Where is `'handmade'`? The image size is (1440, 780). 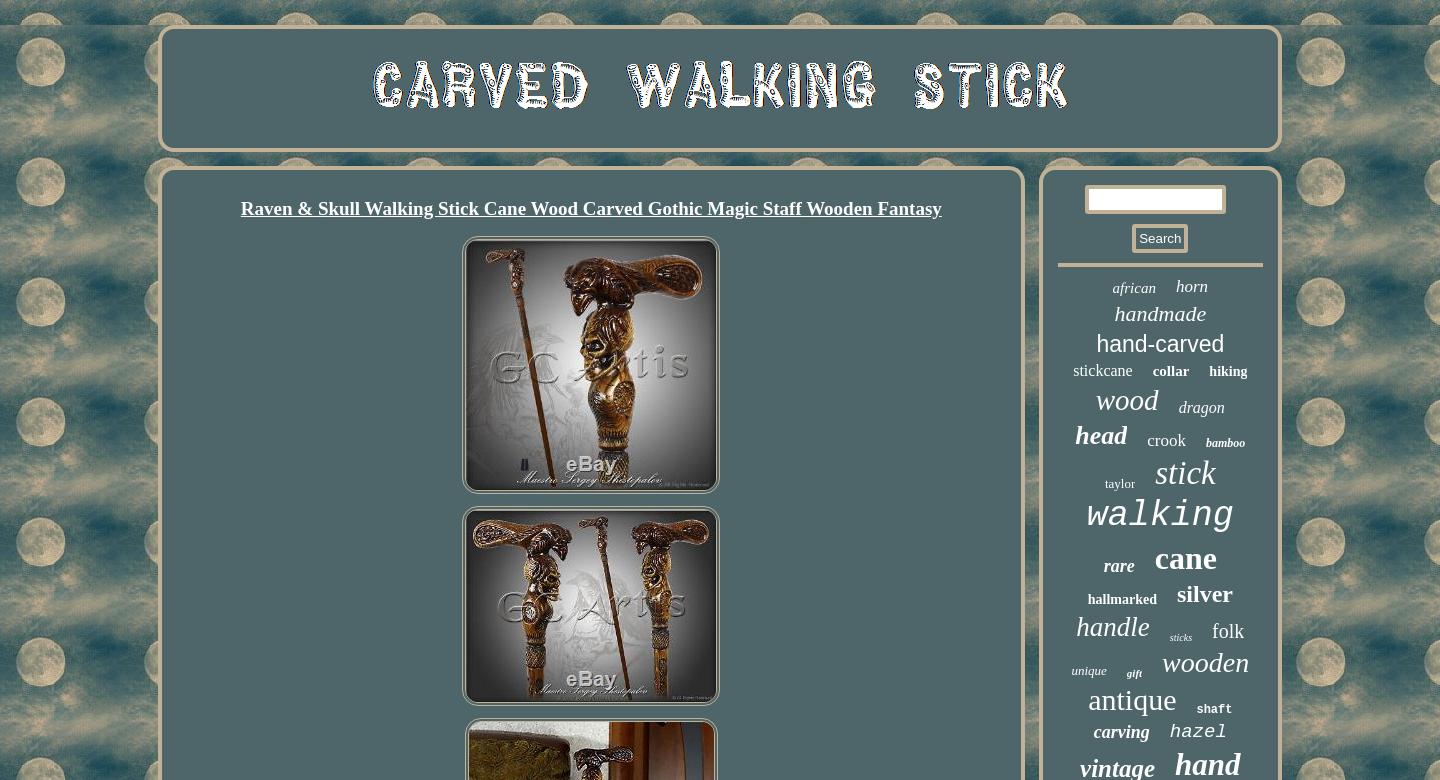 'handmade' is located at coordinates (1160, 312).